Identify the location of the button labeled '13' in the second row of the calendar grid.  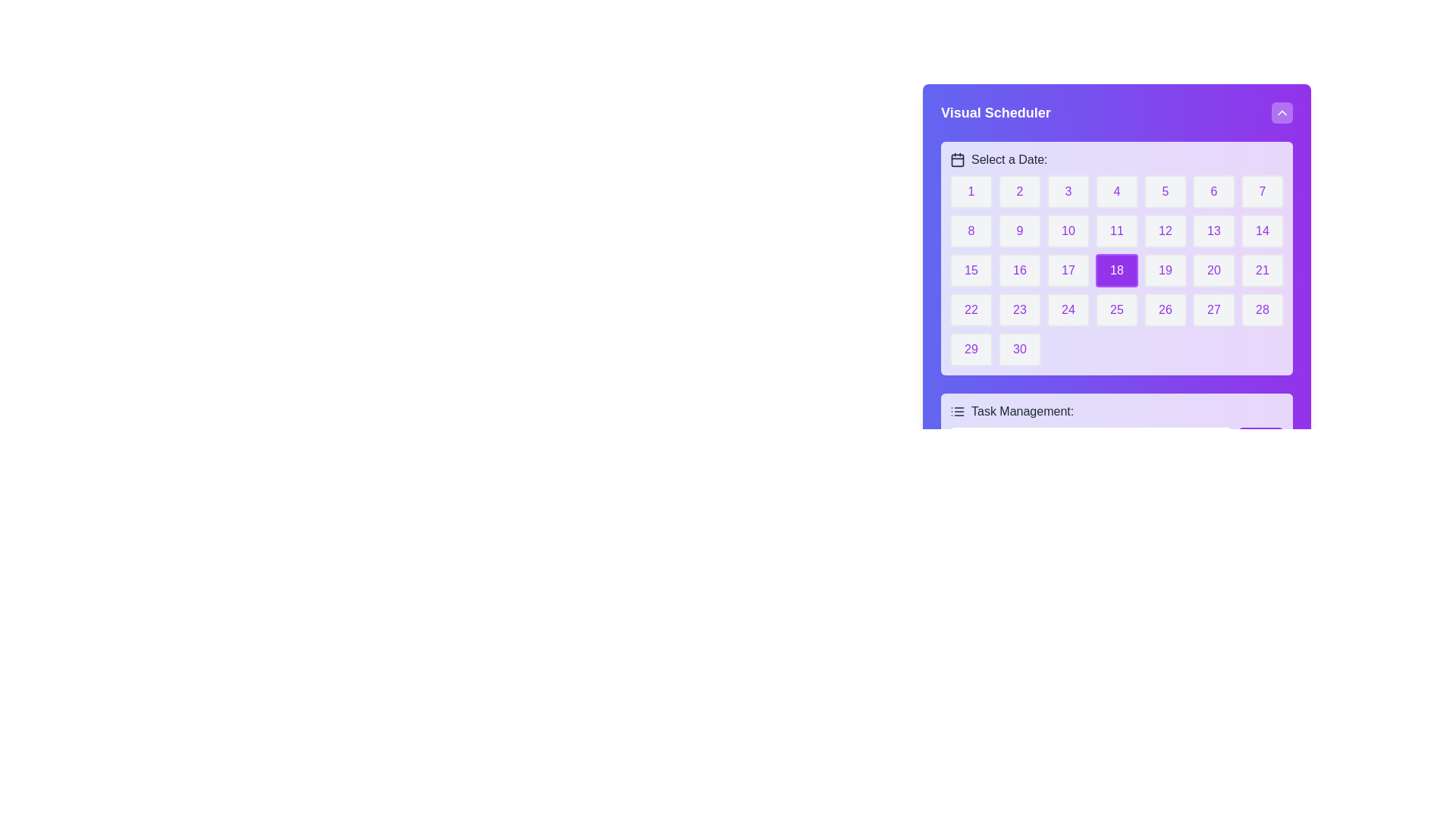
(1214, 231).